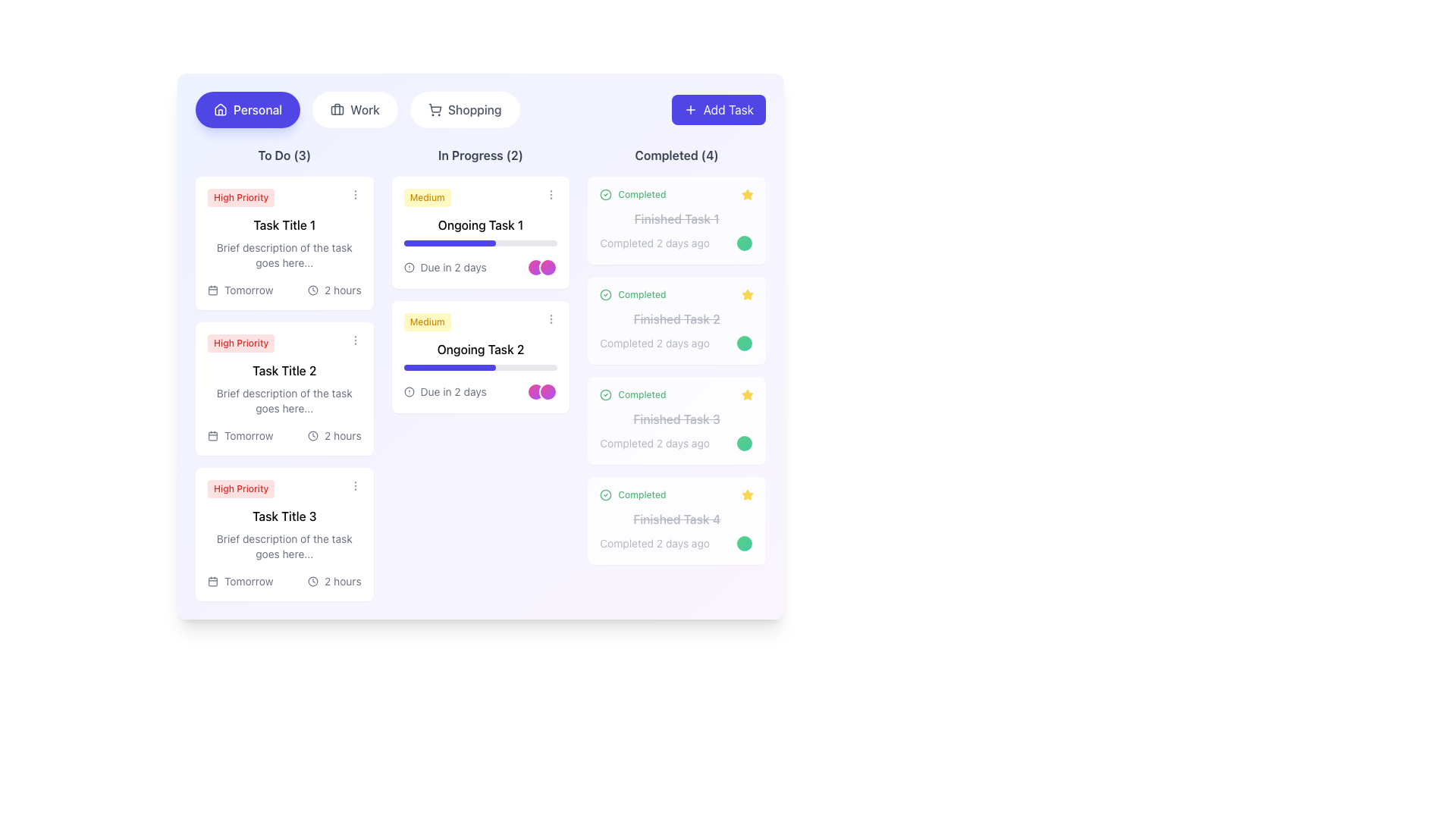 Image resolution: width=1456 pixels, height=819 pixels. Describe the element at coordinates (548, 267) in the screenshot. I see `the second circular Decorative Indicator located near the bottom right corner of the 'Ongoing Task 1' card in the 'In Progress' section` at that location.